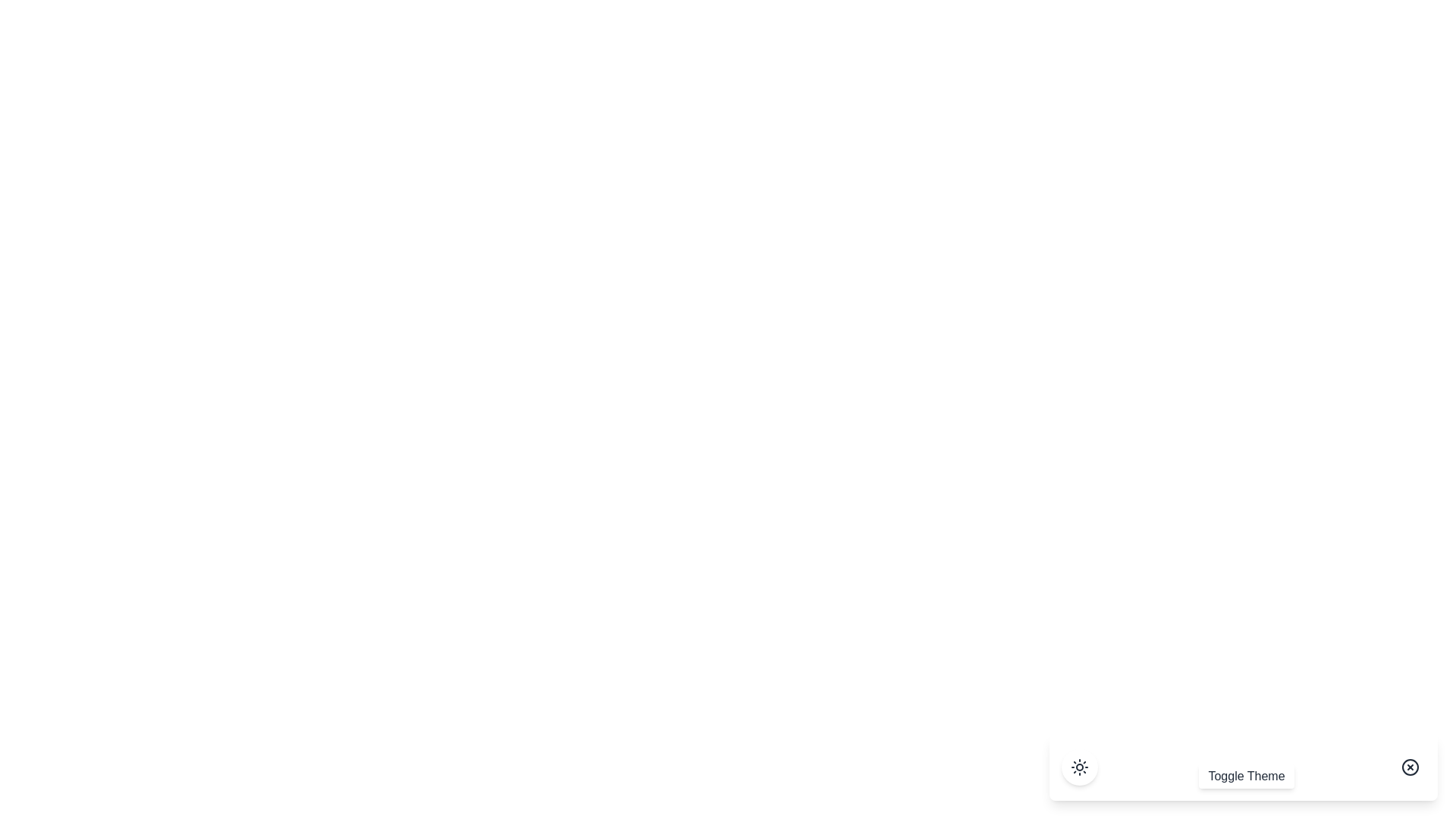  I want to click on the close button of the snackbar to close it, so click(1410, 767).